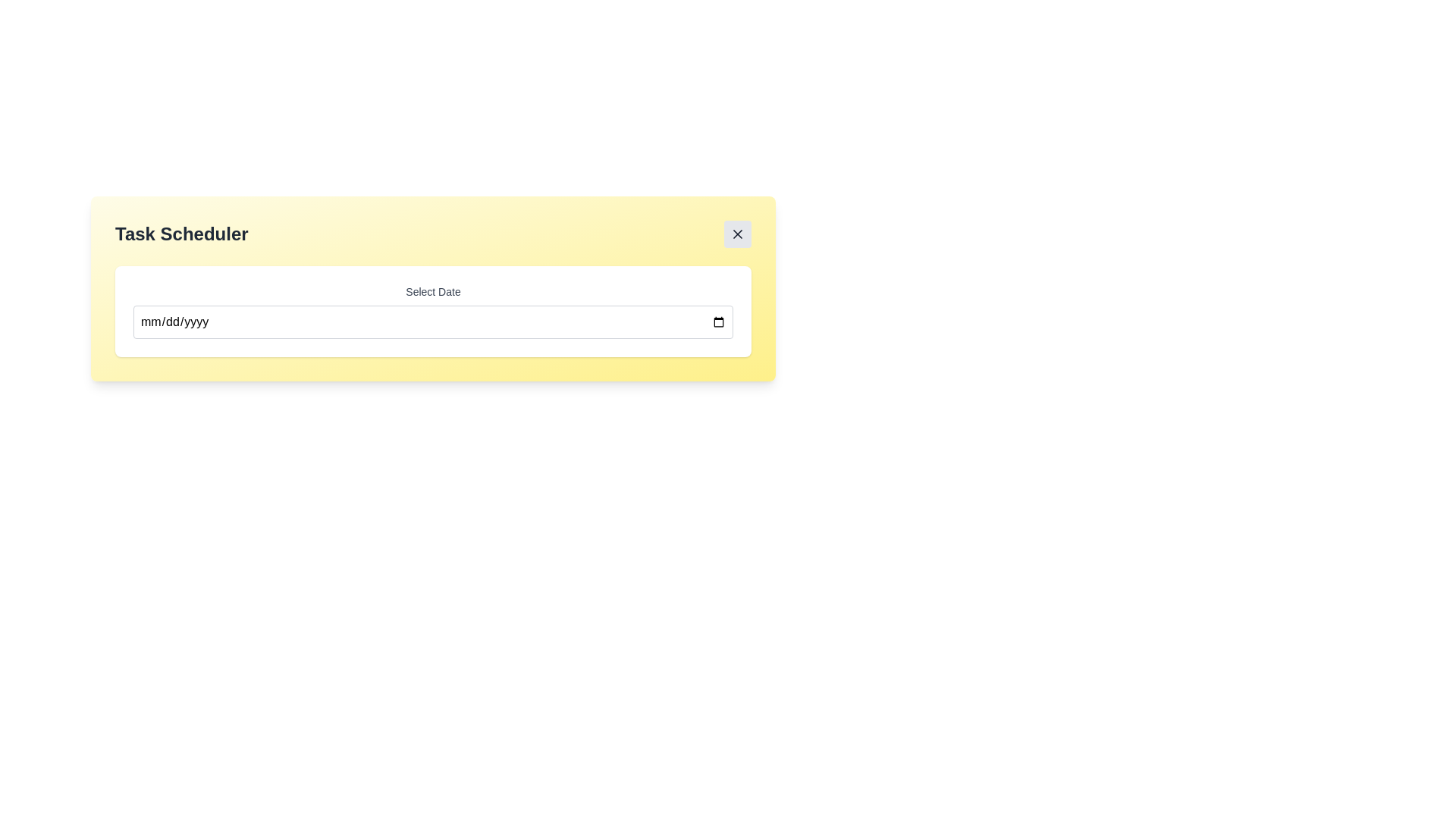  I want to click on the close button located at the top-right corner of the 'Task Scheduler' interface, so click(738, 234).